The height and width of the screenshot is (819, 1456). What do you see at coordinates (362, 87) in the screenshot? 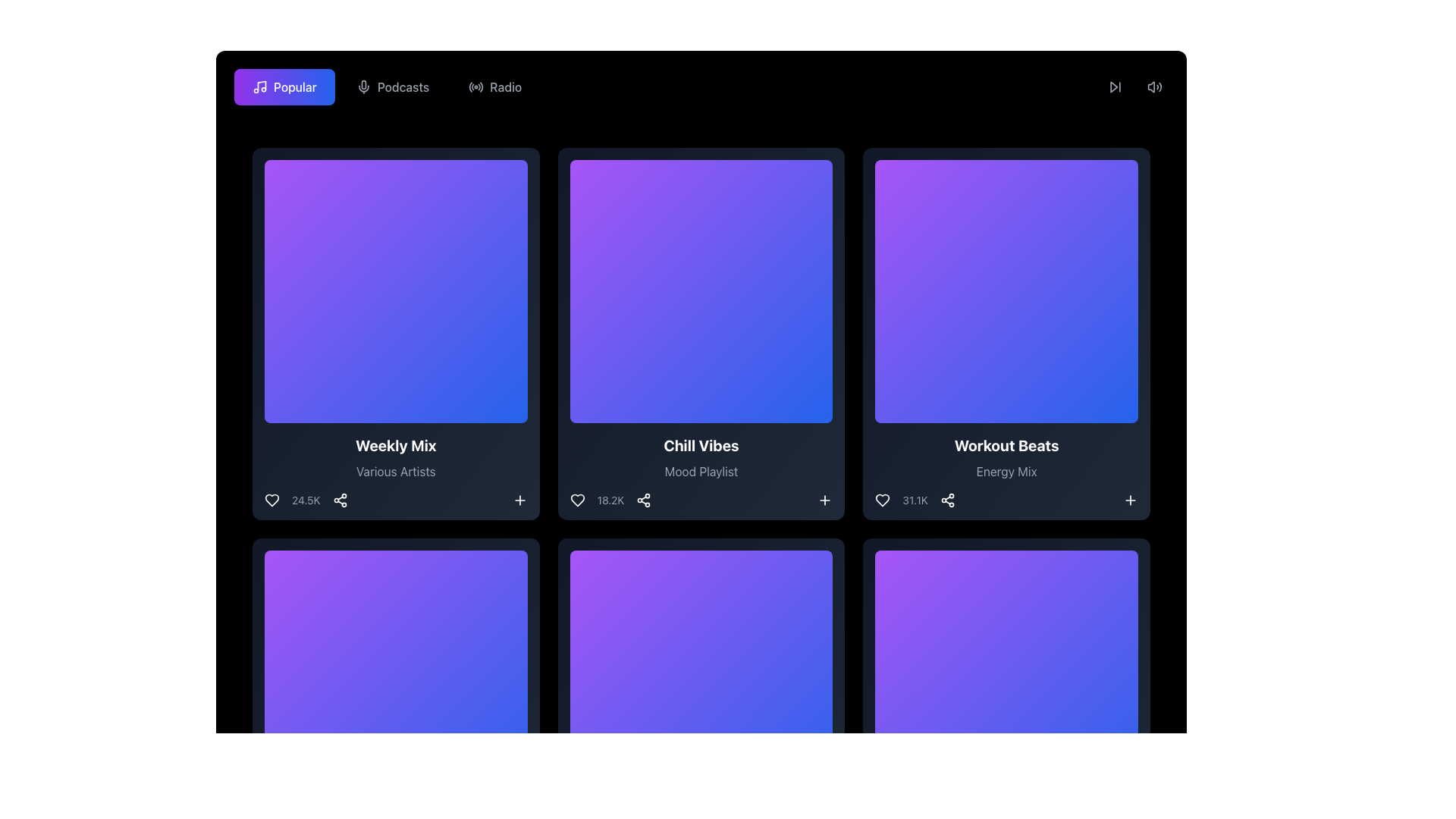
I see `the microphone icon representing the 'Podcasts' section in the navigation menu, which is located to the left of the 'Podcasts' text` at bounding box center [362, 87].